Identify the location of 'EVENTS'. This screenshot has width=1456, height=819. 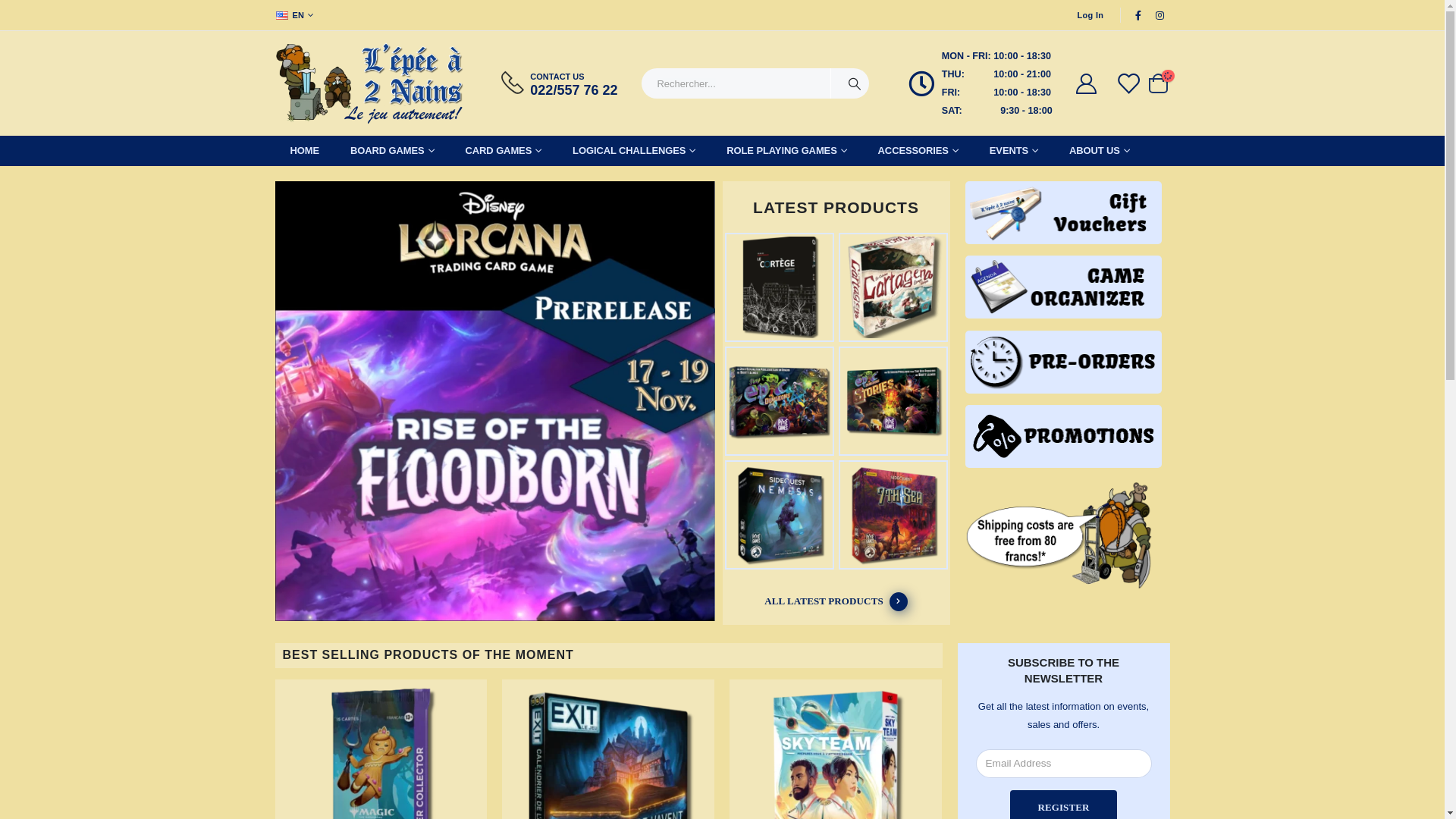
(1014, 151).